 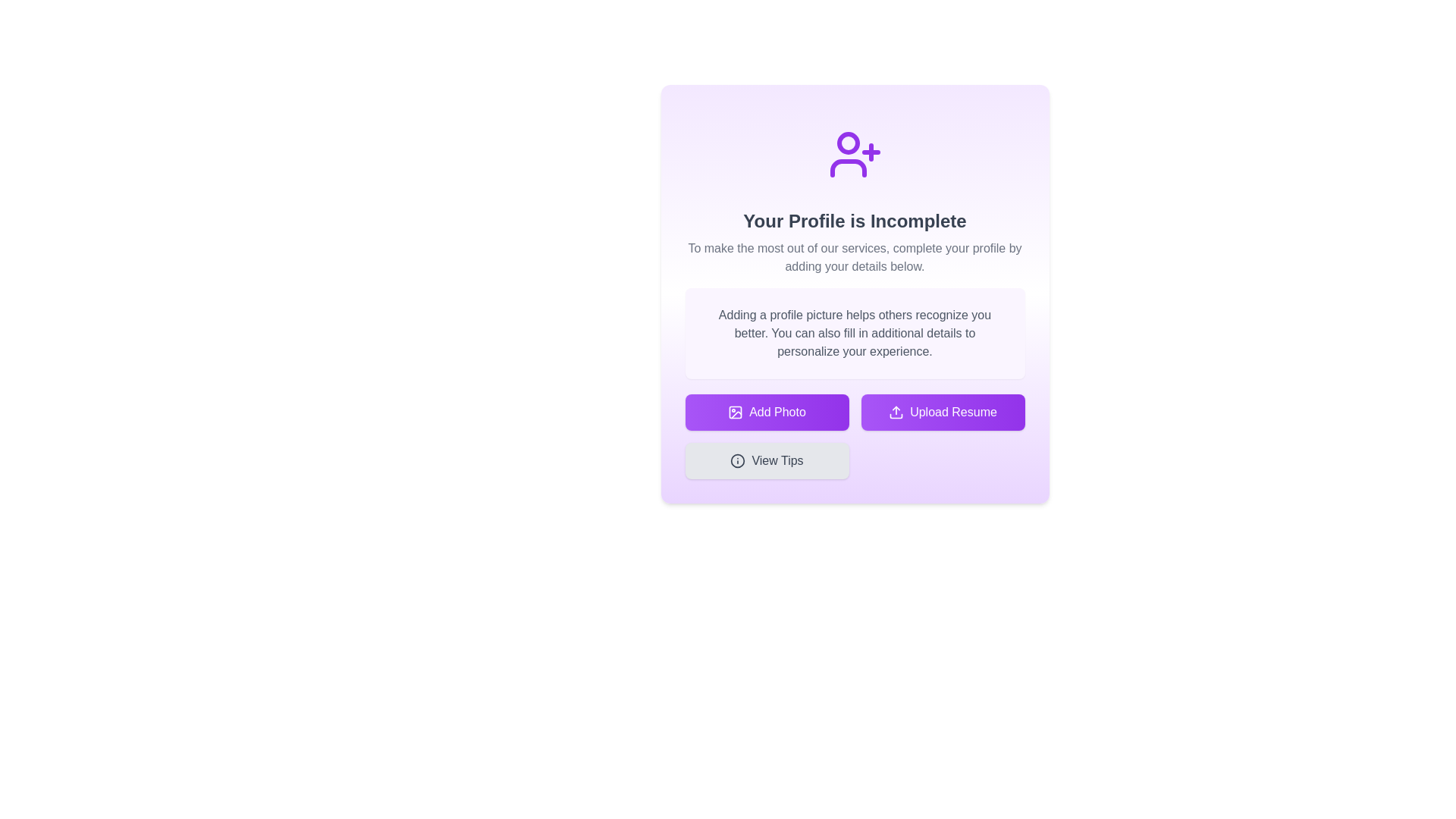 What do you see at coordinates (738, 460) in the screenshot?
I see `the grey button labeled 'View Tips' that contains the circular SVG icon on its left side` at bounding box center [738, 460].